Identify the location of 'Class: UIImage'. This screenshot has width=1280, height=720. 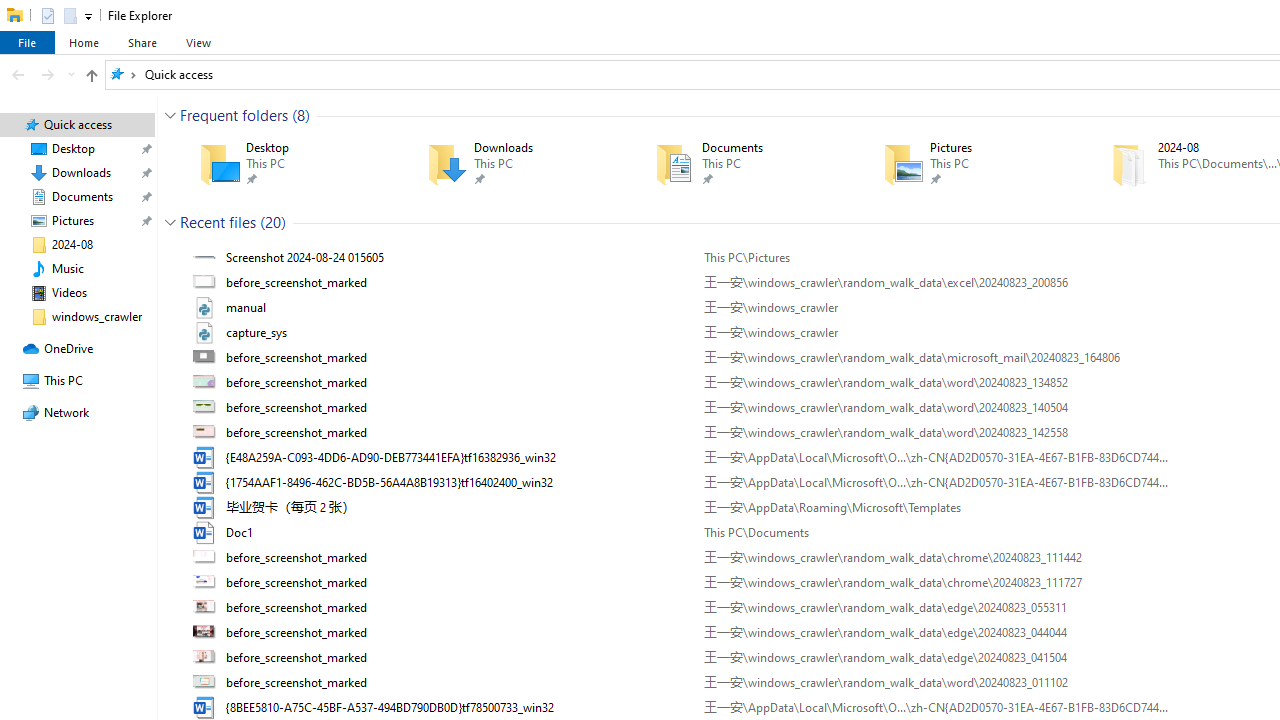
(206, 682).